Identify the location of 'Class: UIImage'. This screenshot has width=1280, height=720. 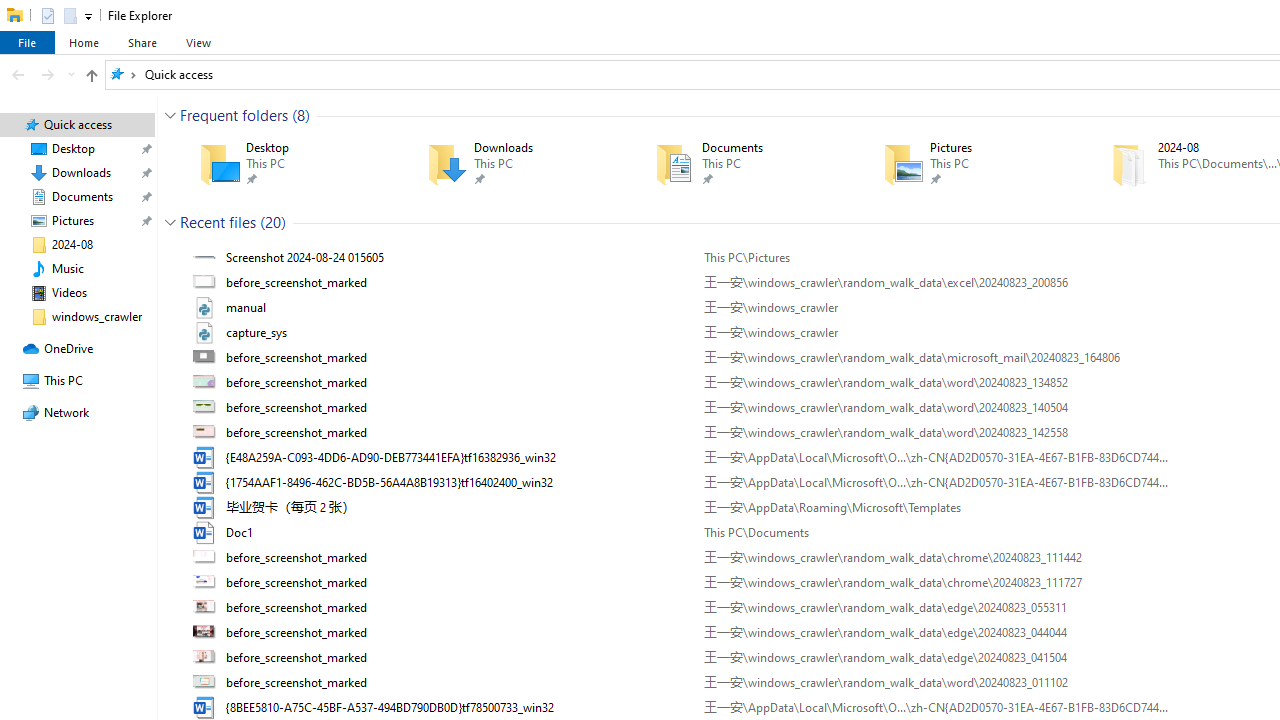
(206, 682).